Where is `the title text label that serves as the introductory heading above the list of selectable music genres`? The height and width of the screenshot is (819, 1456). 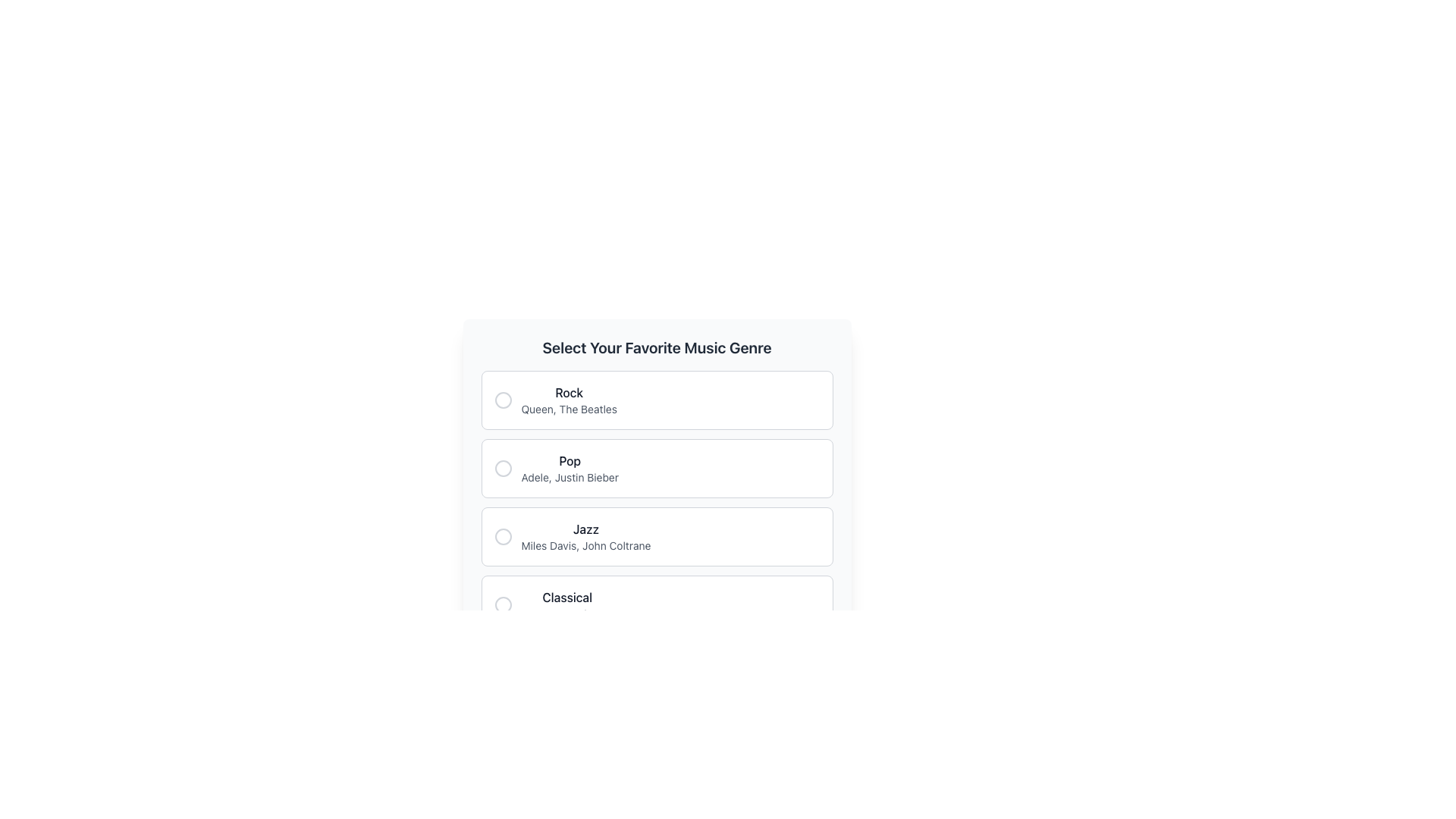
the title text label that serves as the introductory heading above the list of selectable music genres is located at coordinates (657, 348).